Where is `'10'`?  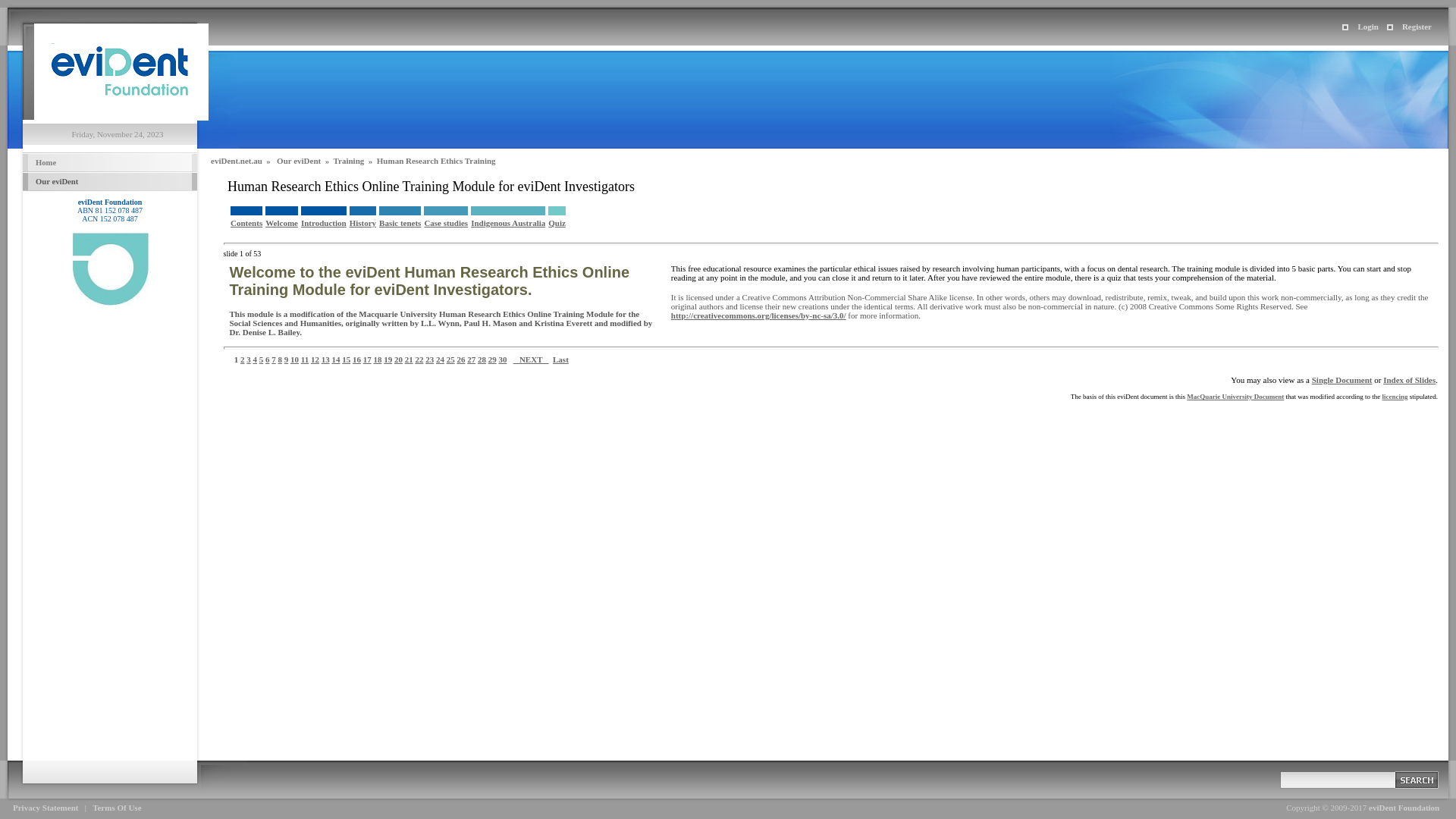 '10' is located at coordinates (290, 359).